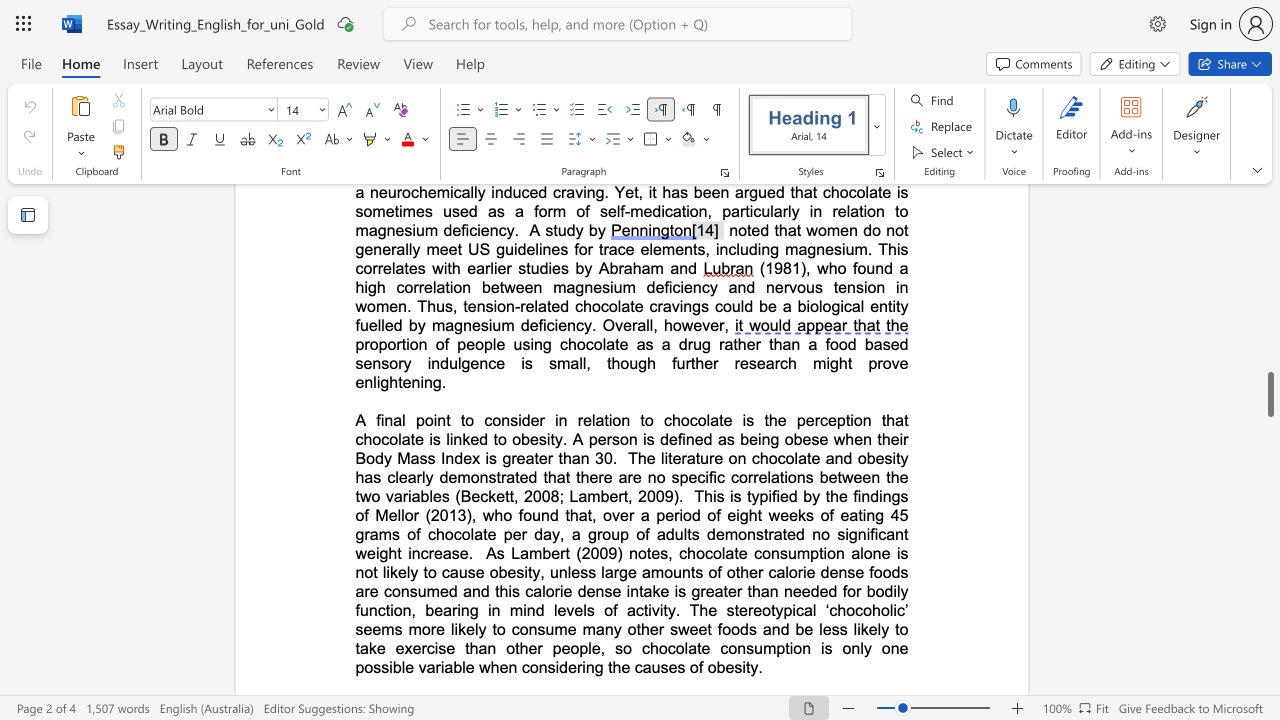 This screenshot has height=720, width=1280. What do you see at coordinates (1269, 270) in the screenshot?
I see `the scrollbar to scroll upward` at bounding box center [1269, 270].